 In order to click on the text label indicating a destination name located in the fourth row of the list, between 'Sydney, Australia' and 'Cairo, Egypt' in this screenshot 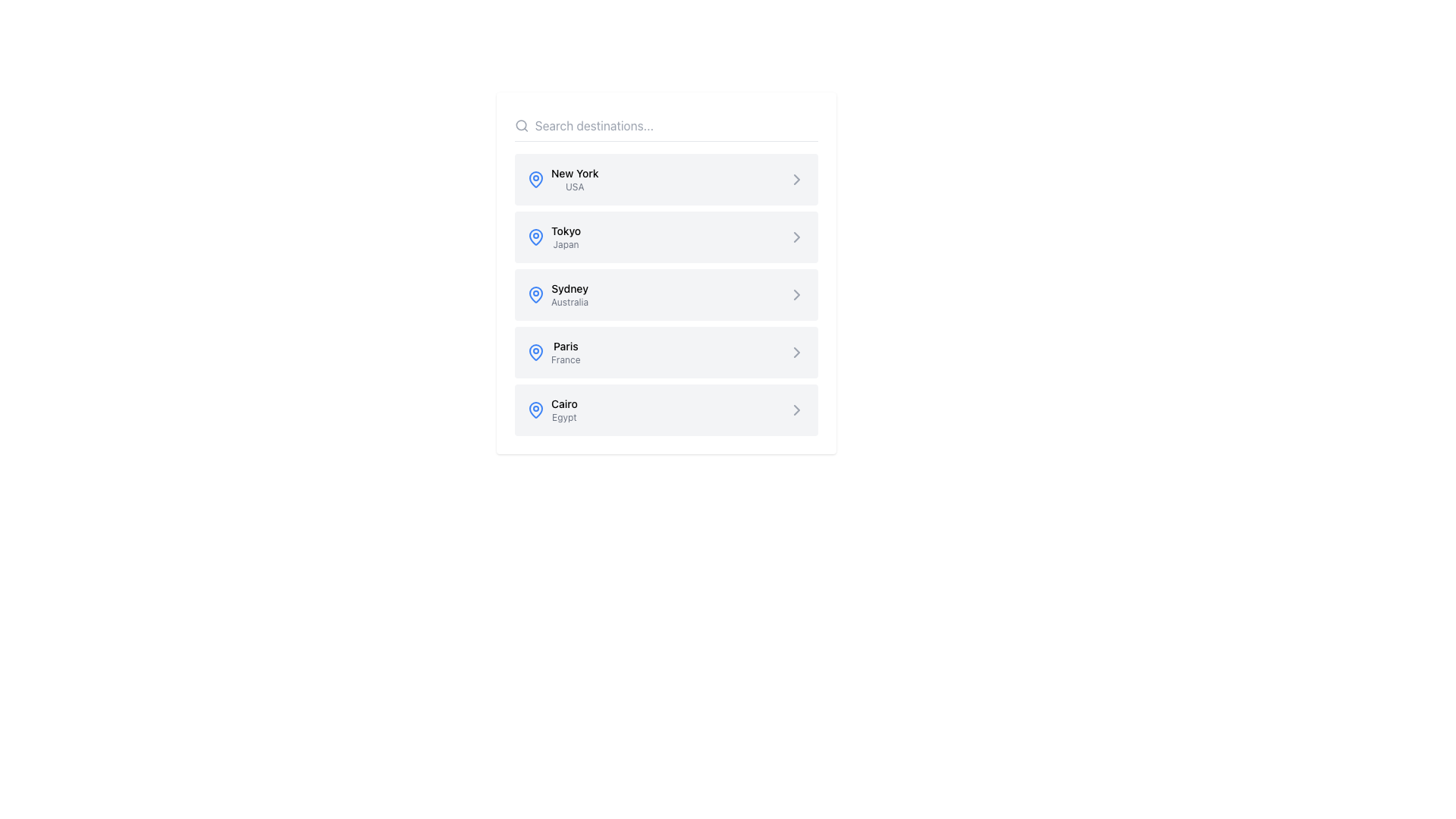, I will do `click(565, 353)`.